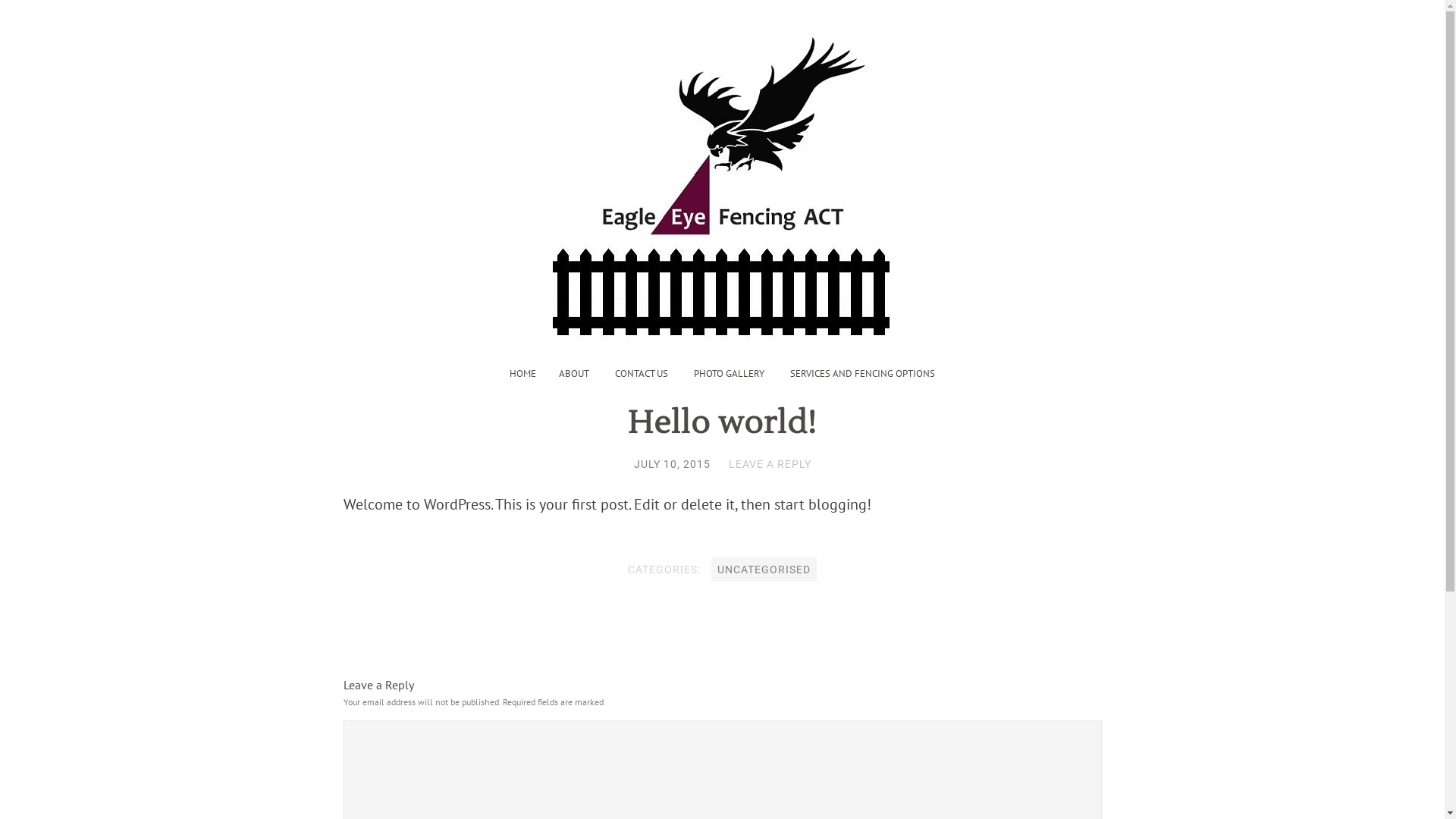 The width and height of the screenshot is (1456, 819). Describe the element at coordinates (769, 463) in the screenshot. I see `'LEAVE A REPLY'` at that location.